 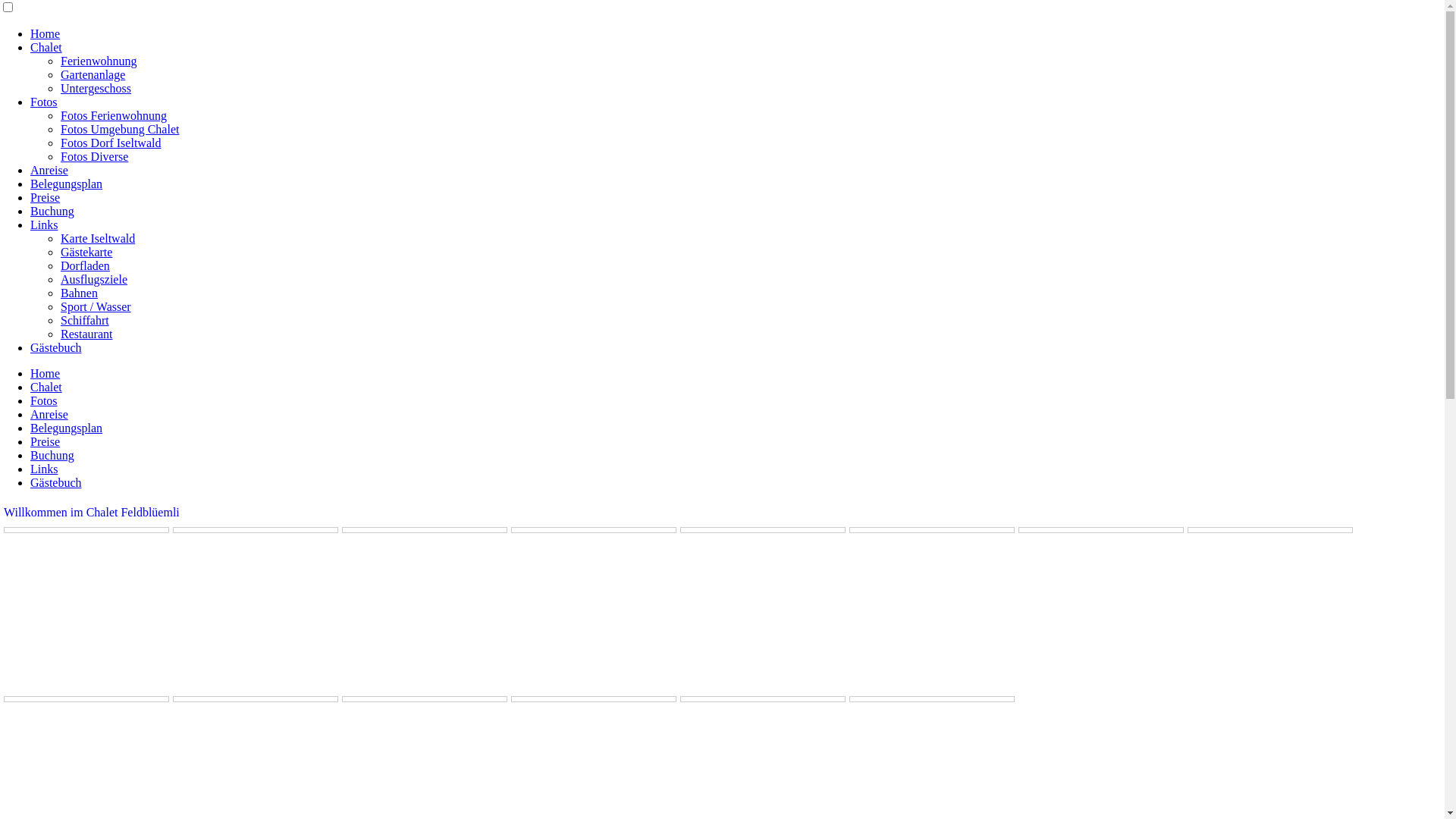 What do you see at coordinates (95, 88) in the screenshot?
I see `'Untergeschoss'` at bounding box center [95, 88].